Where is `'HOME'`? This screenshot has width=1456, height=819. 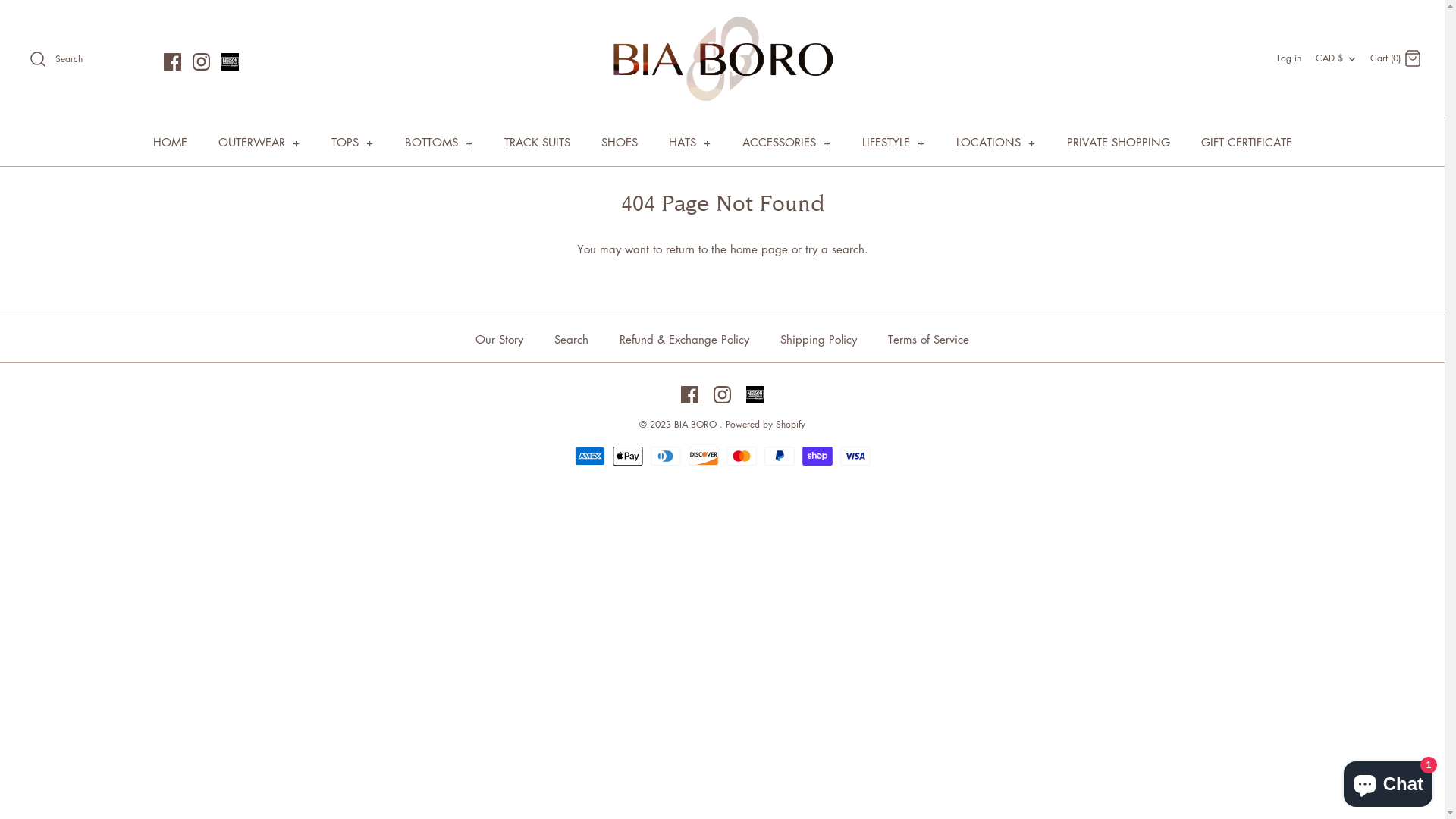 'HOME' is located at coordinates (170, 142).